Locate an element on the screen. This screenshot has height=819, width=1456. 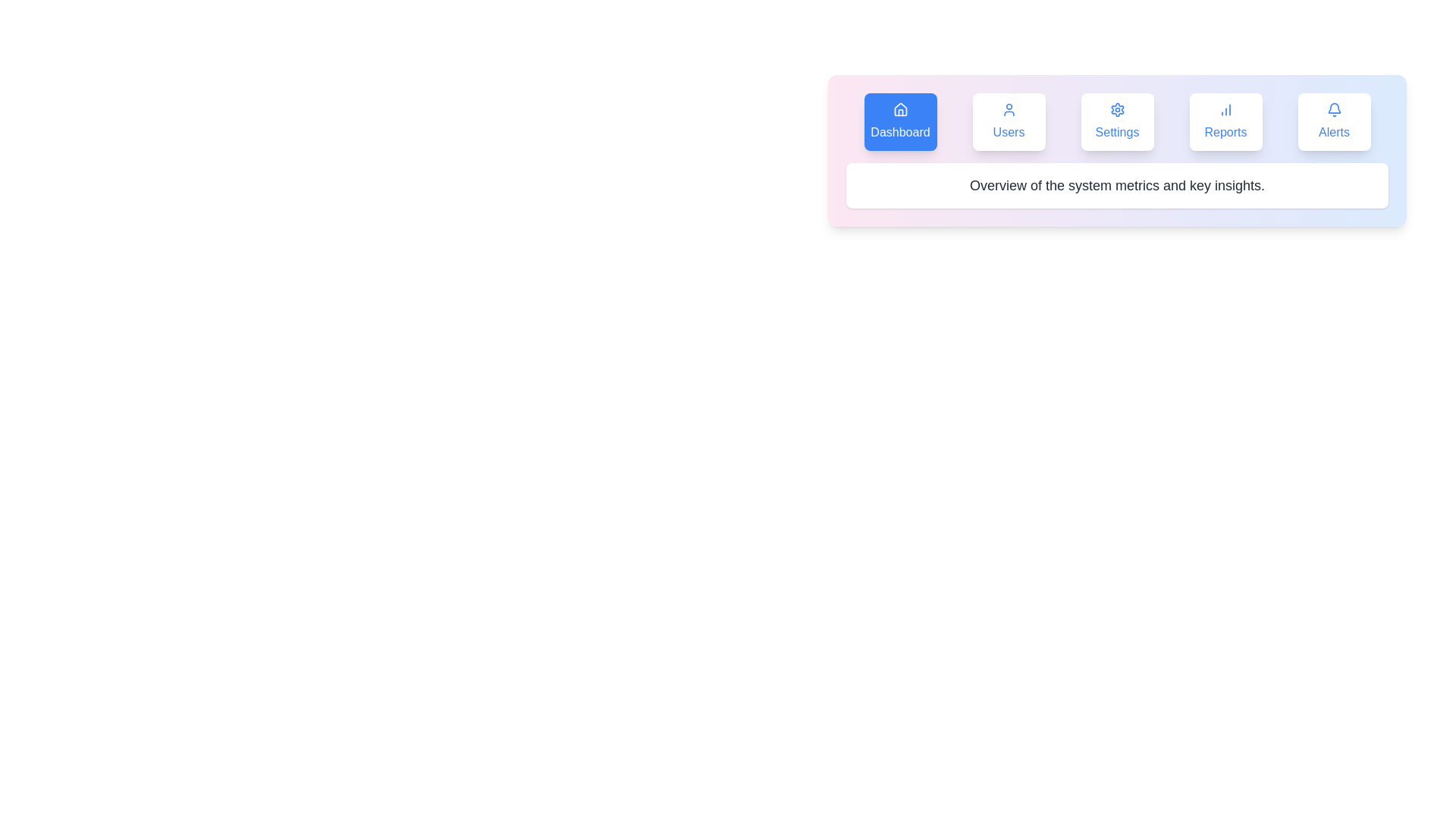
the Informational text box displaying 'Overview of the system metrics and key insights.' is located at coordinates (1117, 185).